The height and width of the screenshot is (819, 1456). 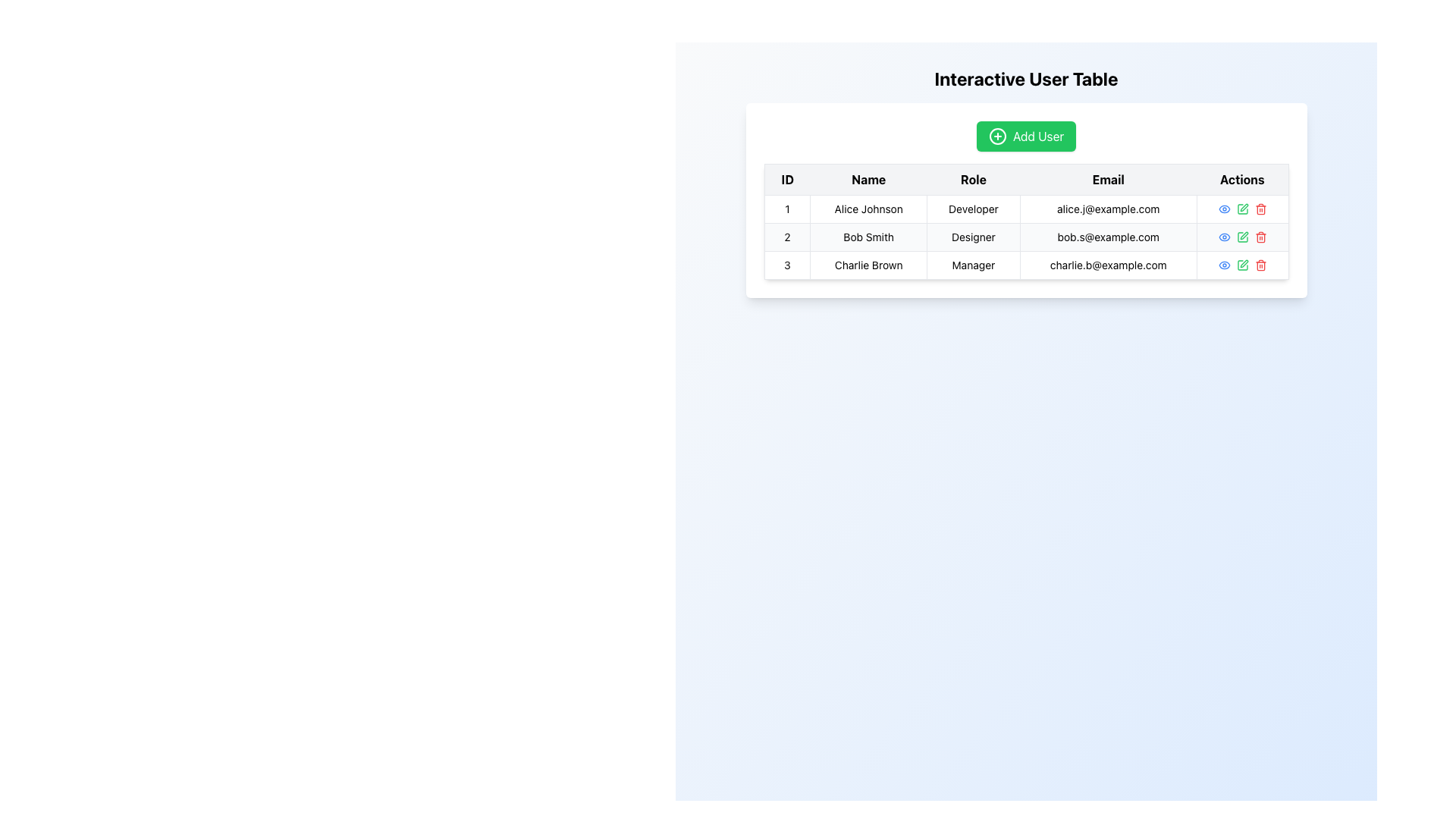 I want to click on the green pencil icon button associated with the edit action located under the 'Actions' column in the last row of the table, so click(x=1242, y=265).